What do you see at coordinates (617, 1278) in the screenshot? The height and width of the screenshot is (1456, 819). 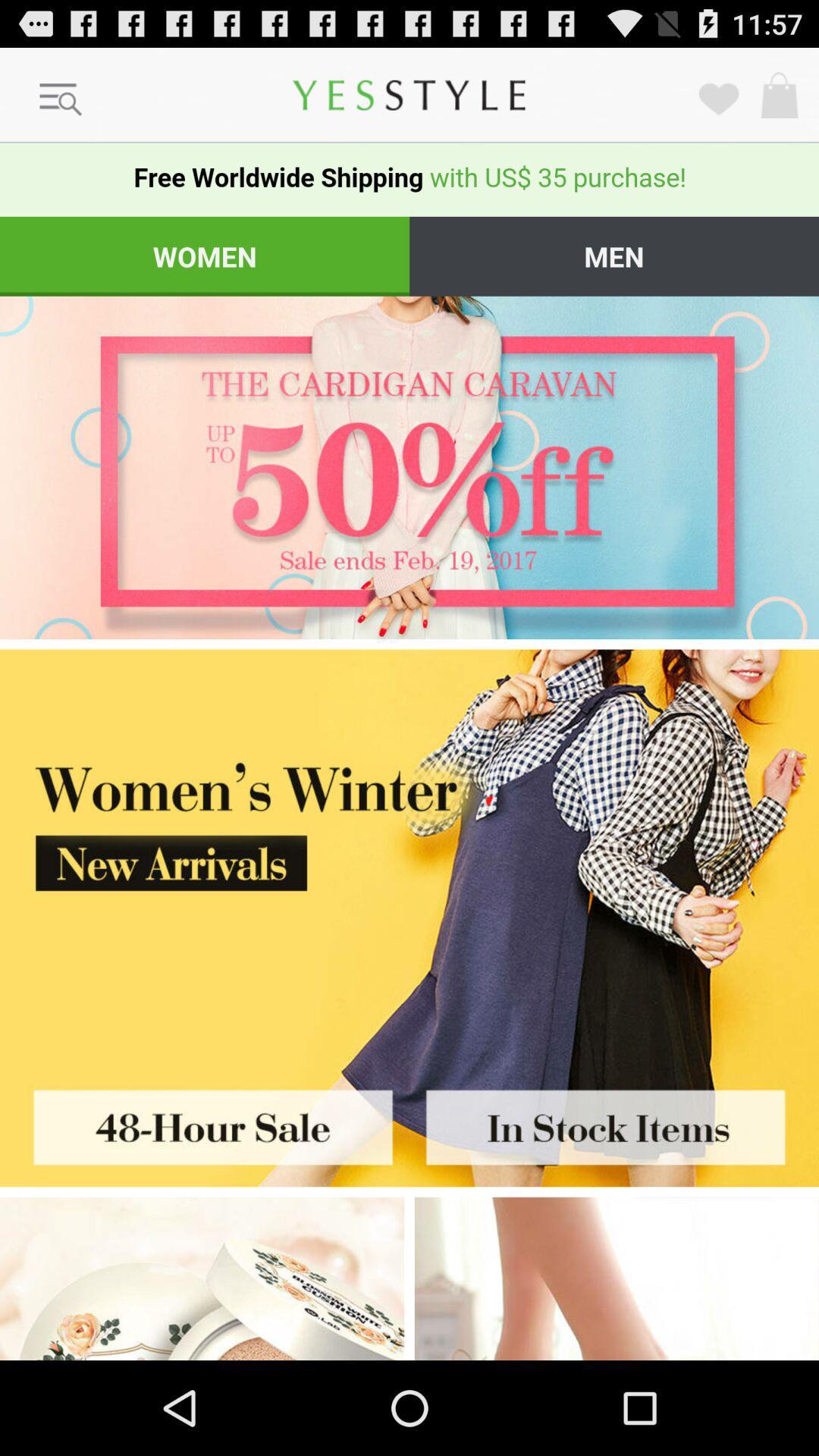 I see `adiveristment` at bounding box center [617, 1278].